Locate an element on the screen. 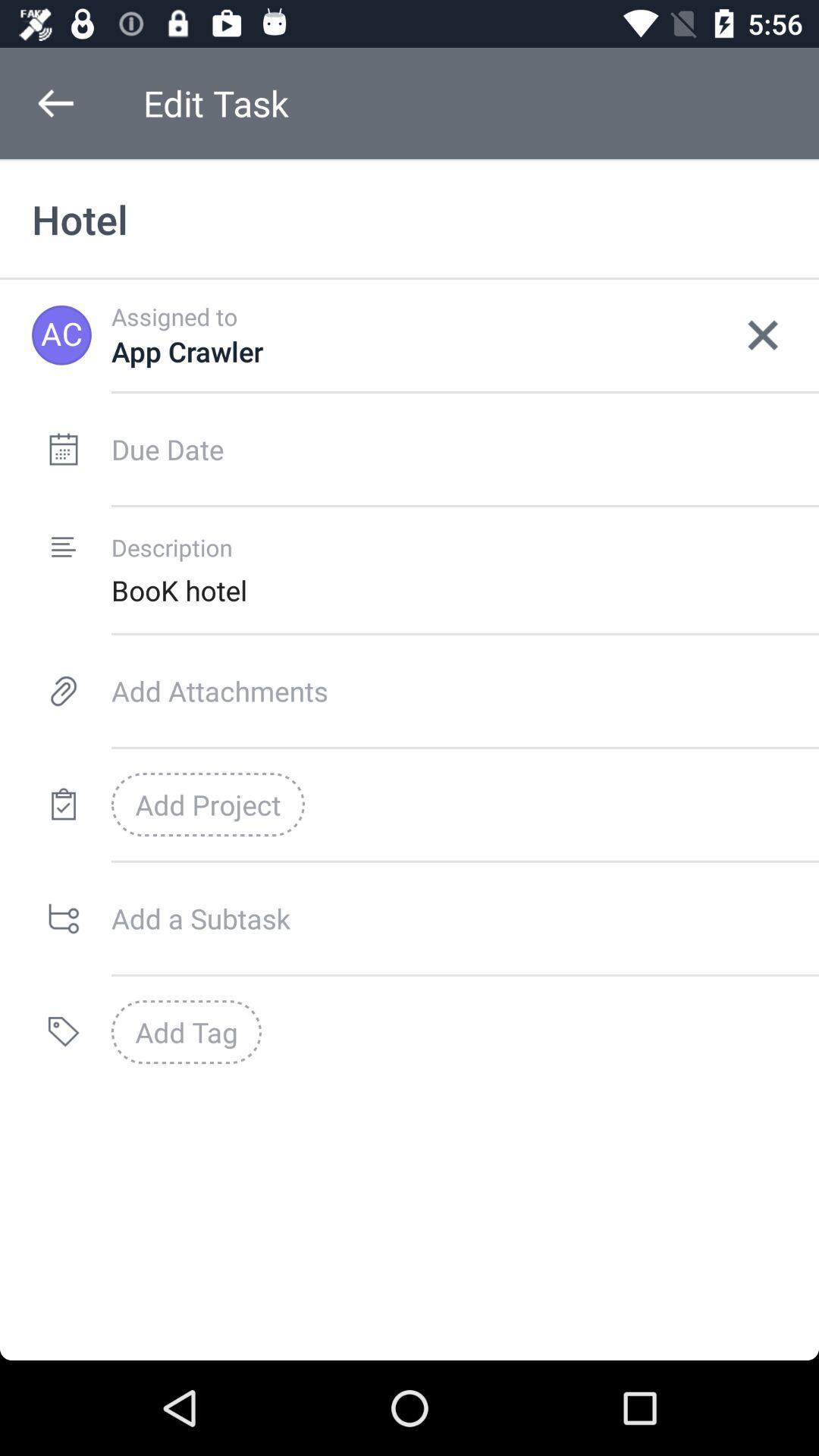  icon below description is located at coordinates (464, 589).